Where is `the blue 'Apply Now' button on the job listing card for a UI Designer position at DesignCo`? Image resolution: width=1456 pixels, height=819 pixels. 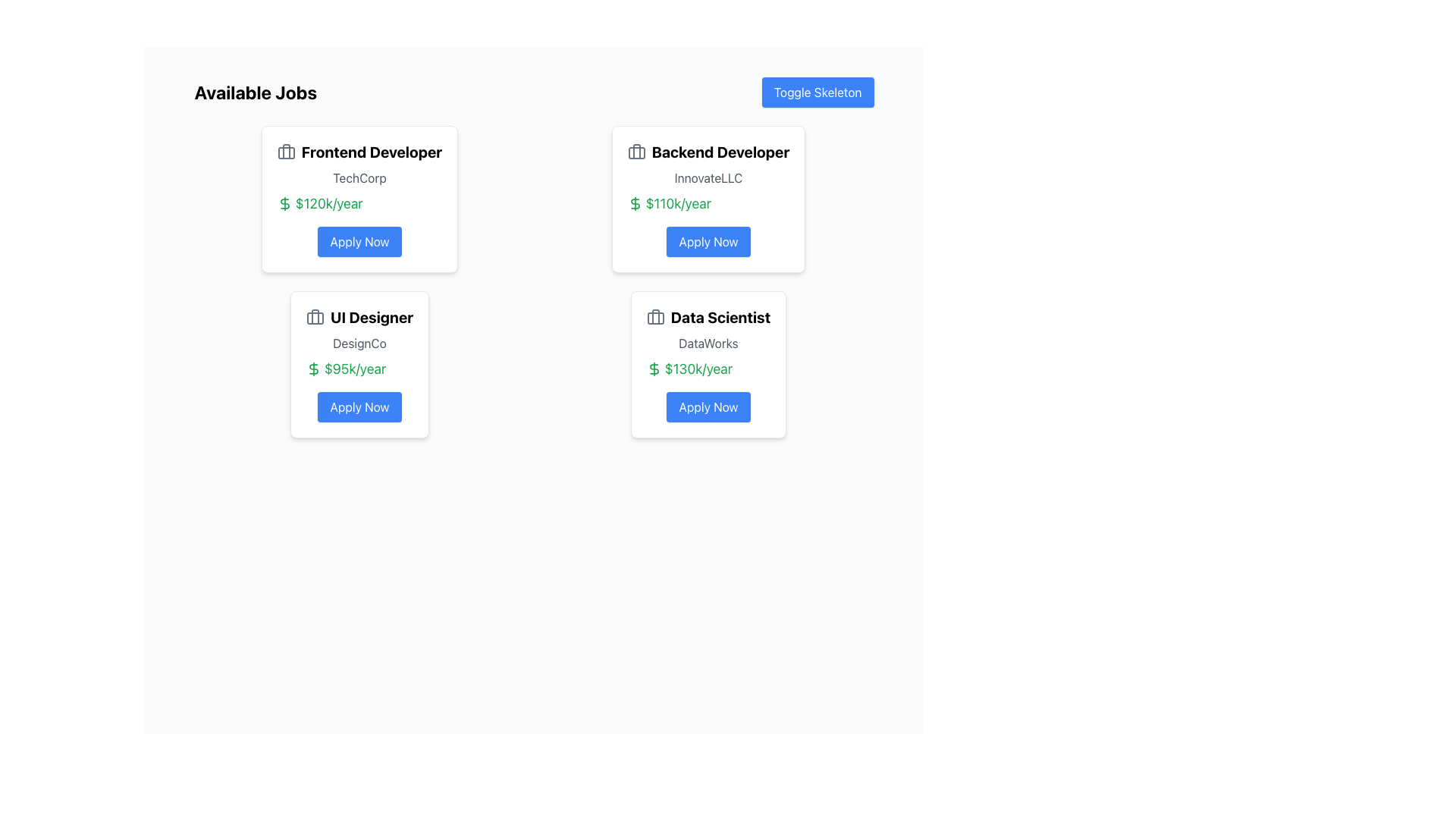 the blue 'Apply Now' button on the job listing card for a UI Designer position at DesignCo is located at coordinates (359, 406).